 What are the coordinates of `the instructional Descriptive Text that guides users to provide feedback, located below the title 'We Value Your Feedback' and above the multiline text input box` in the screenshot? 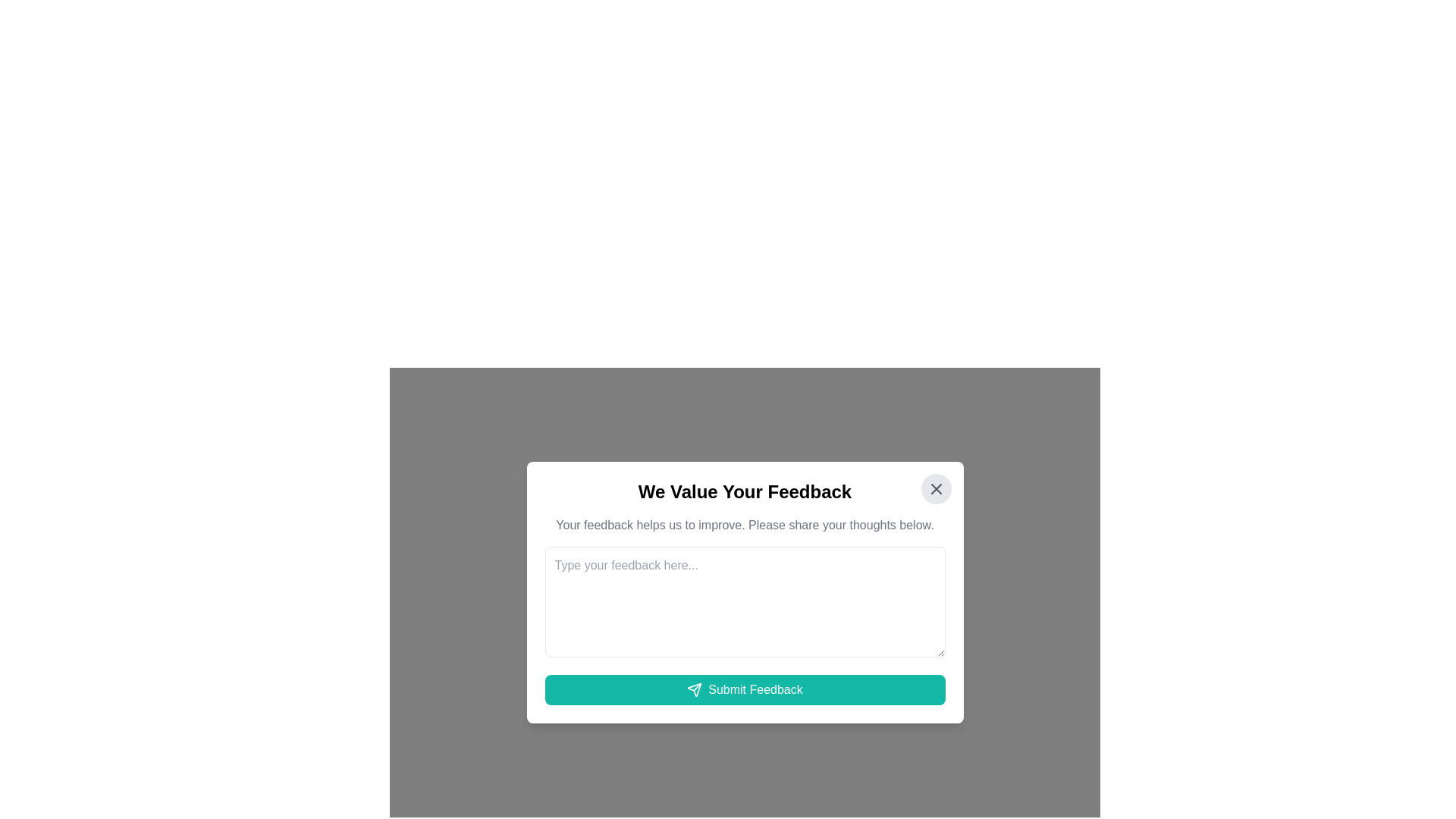 It's located at (745, 525).